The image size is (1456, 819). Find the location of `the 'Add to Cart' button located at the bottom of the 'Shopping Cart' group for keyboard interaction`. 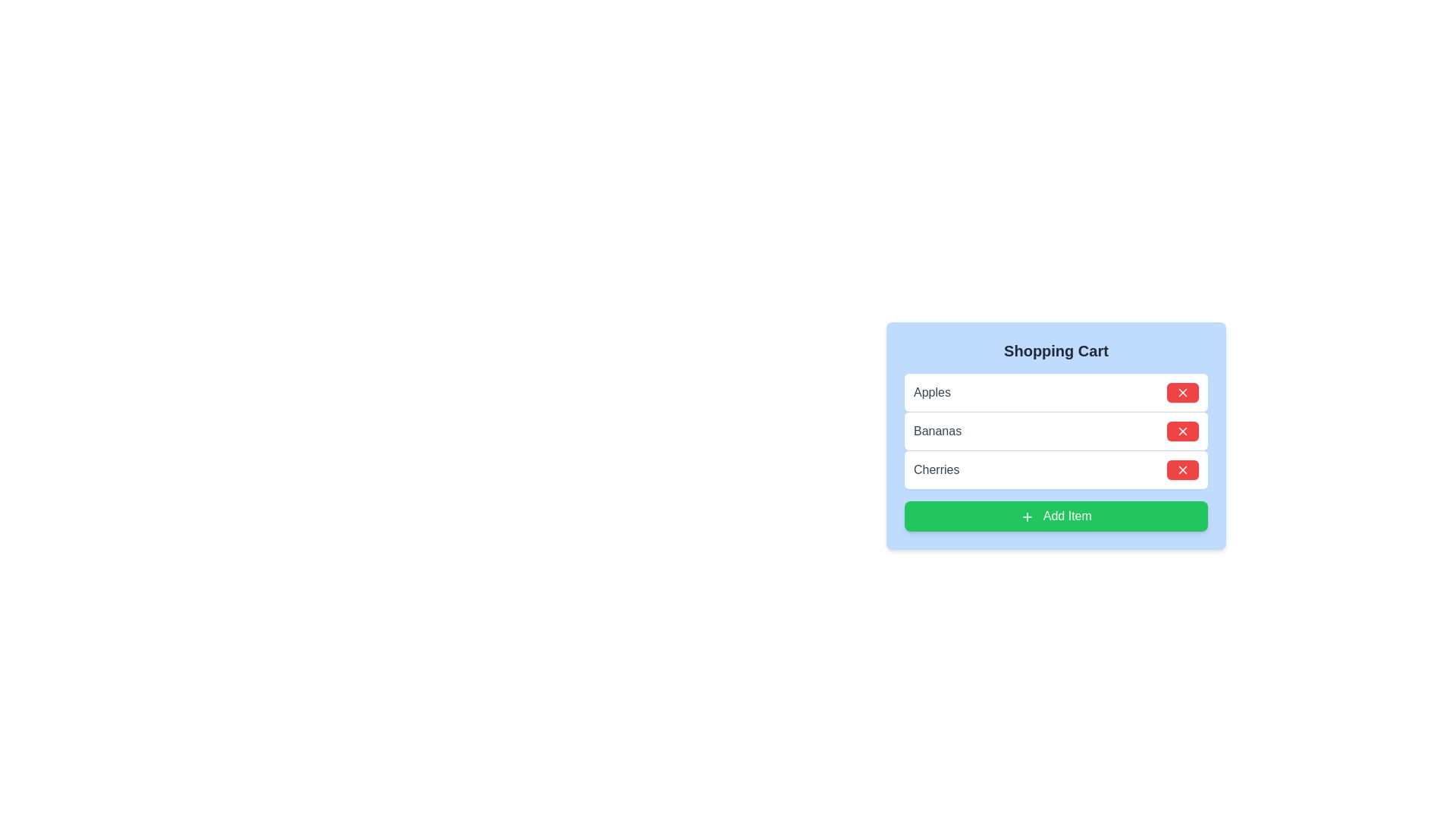

the 'Add to Cart' button located at the bottom of the 'Shopping Cart' group for keyboard interaction is located at coordinates (1055, 516).